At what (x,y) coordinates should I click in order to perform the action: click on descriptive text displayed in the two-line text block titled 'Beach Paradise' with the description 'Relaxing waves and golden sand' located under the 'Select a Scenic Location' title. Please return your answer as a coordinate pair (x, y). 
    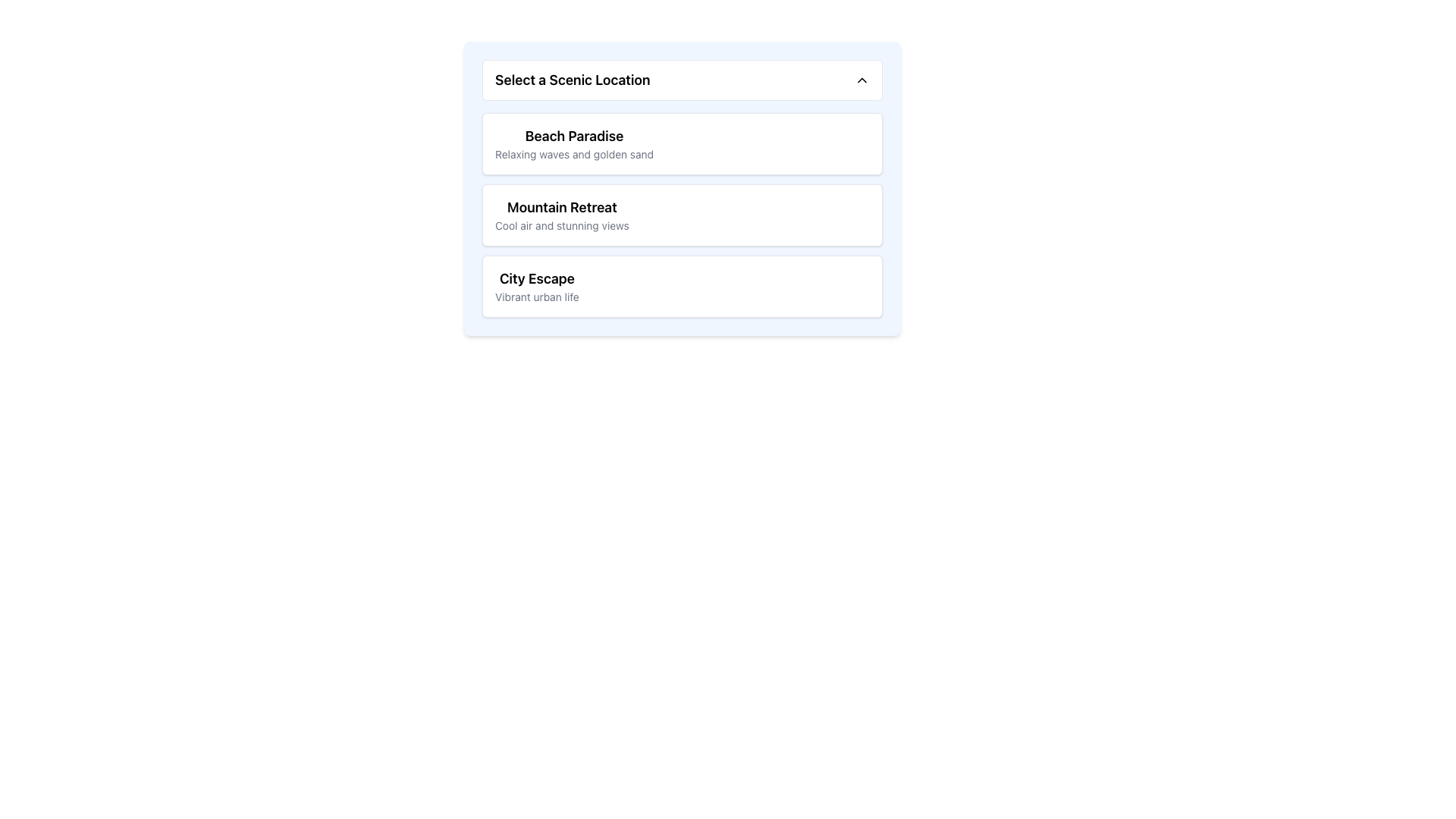
    Looking at the image, I should click on (573, 143).